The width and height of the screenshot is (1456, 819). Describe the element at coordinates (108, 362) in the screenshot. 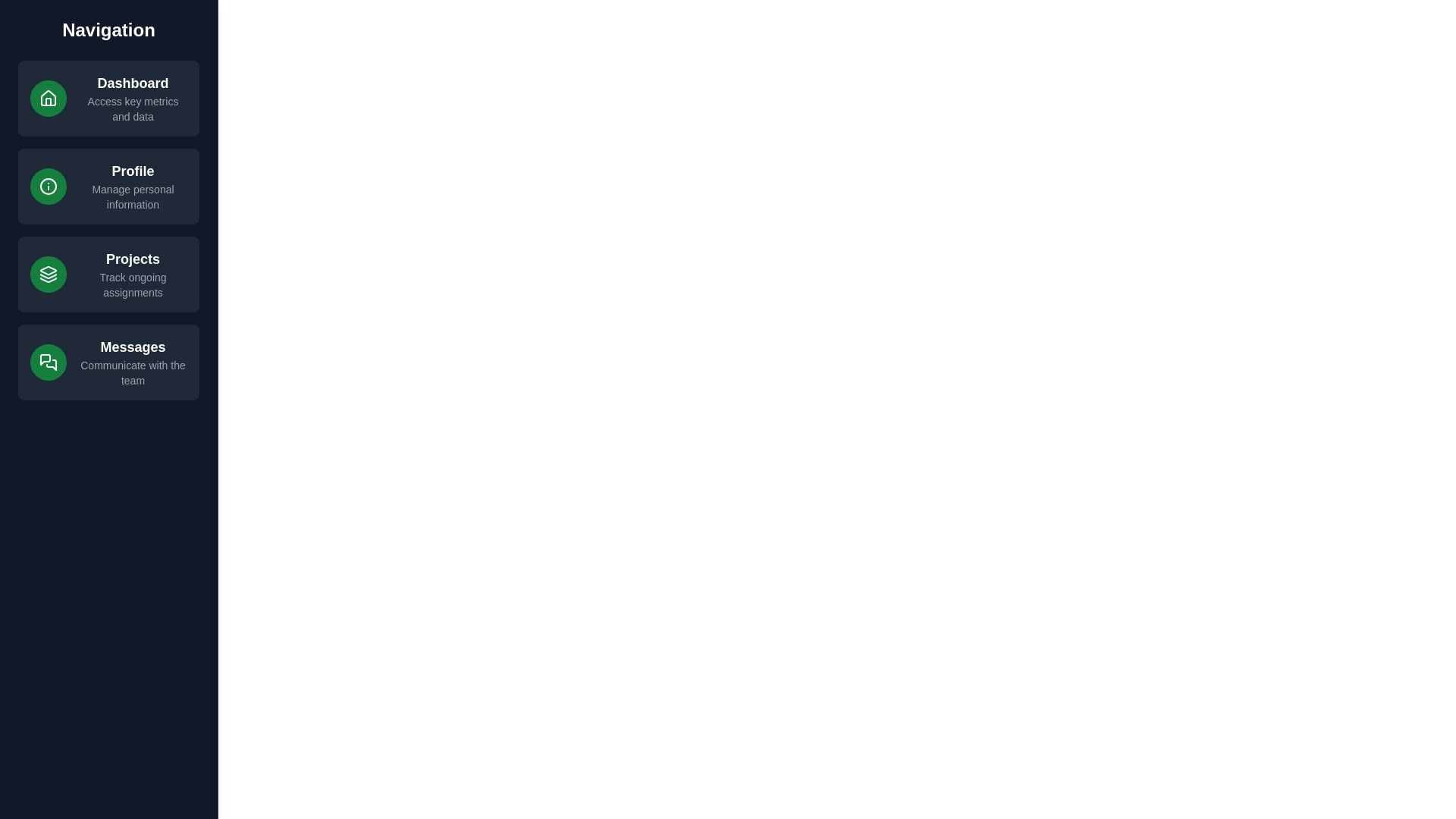

I see `the navigation item Messages to access its section` at that location.